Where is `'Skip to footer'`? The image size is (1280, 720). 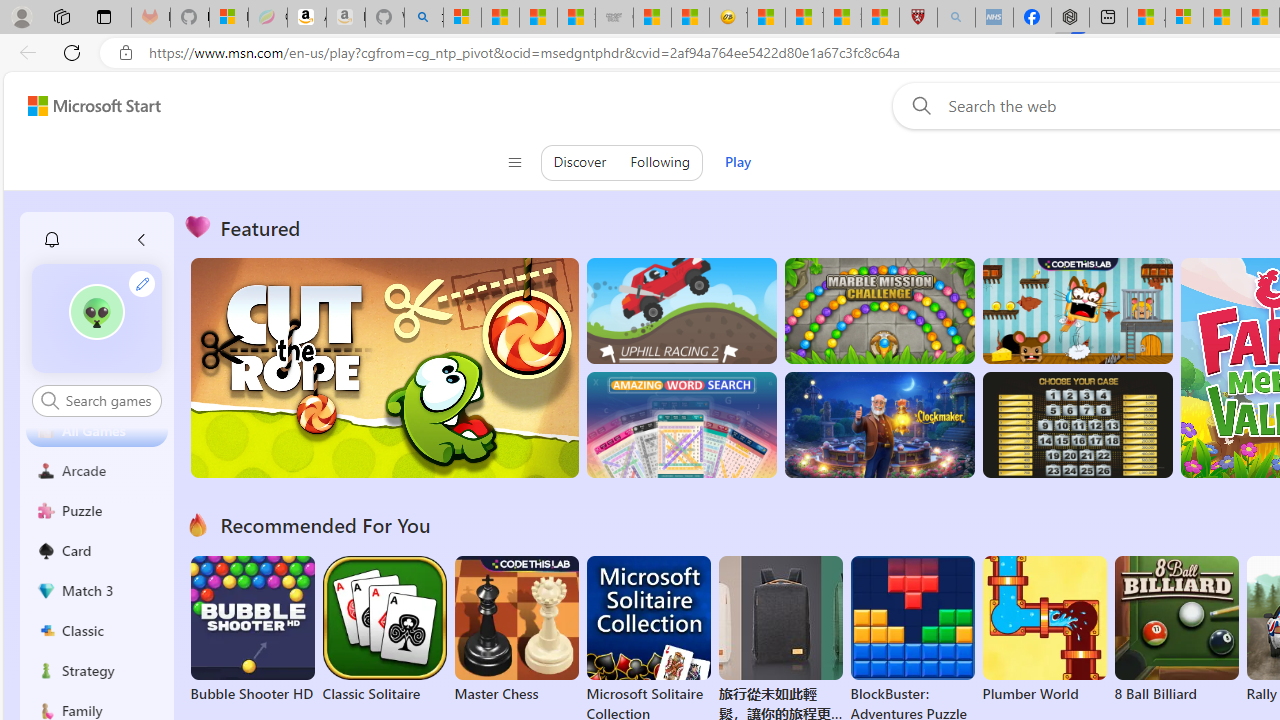 'Skip to footer' is located at coordinates (81, 105).